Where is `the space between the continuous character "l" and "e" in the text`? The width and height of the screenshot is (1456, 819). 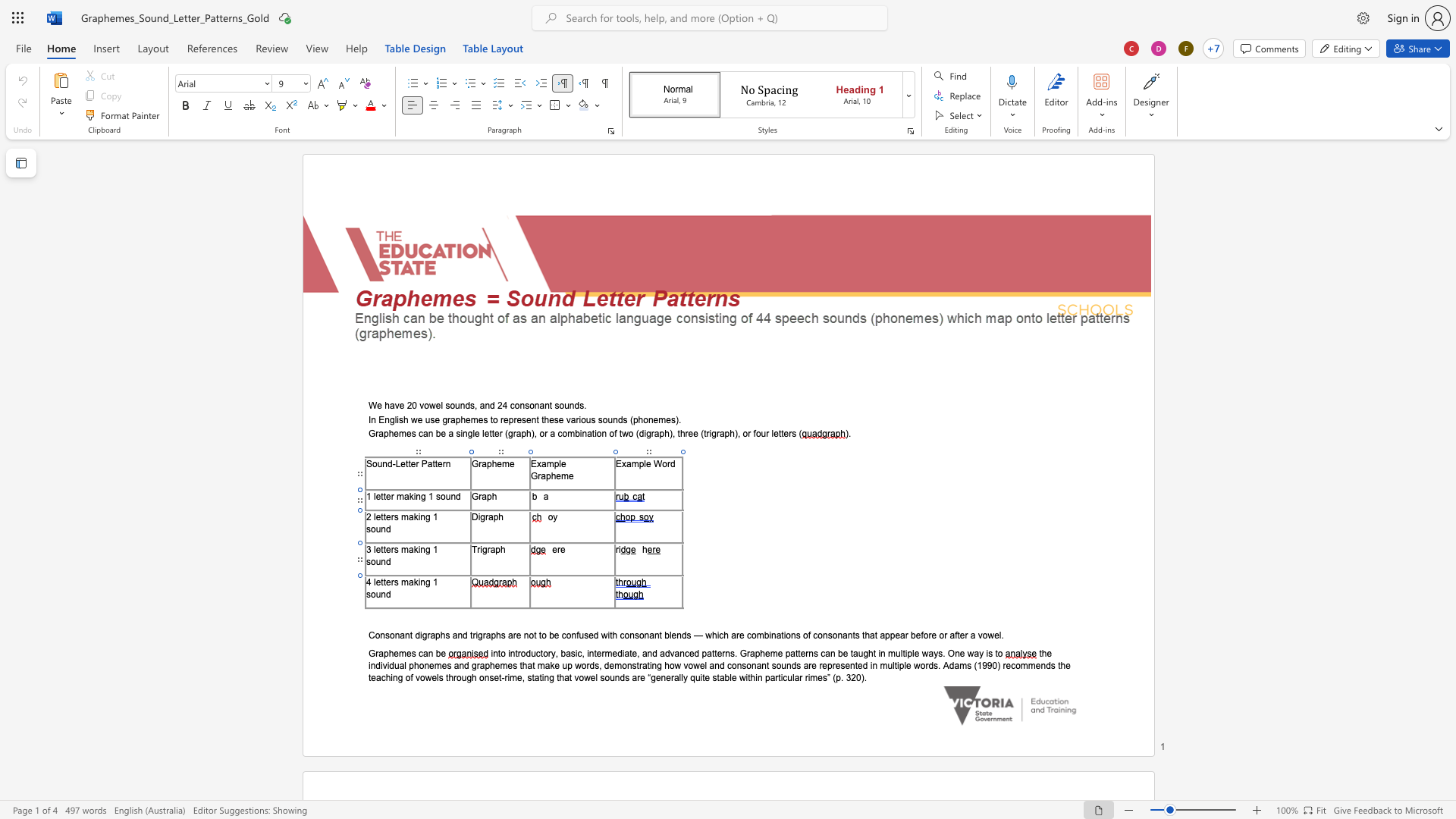 the space between the continuous character "l" and "e" in the text is located at coordinates (376, 581).